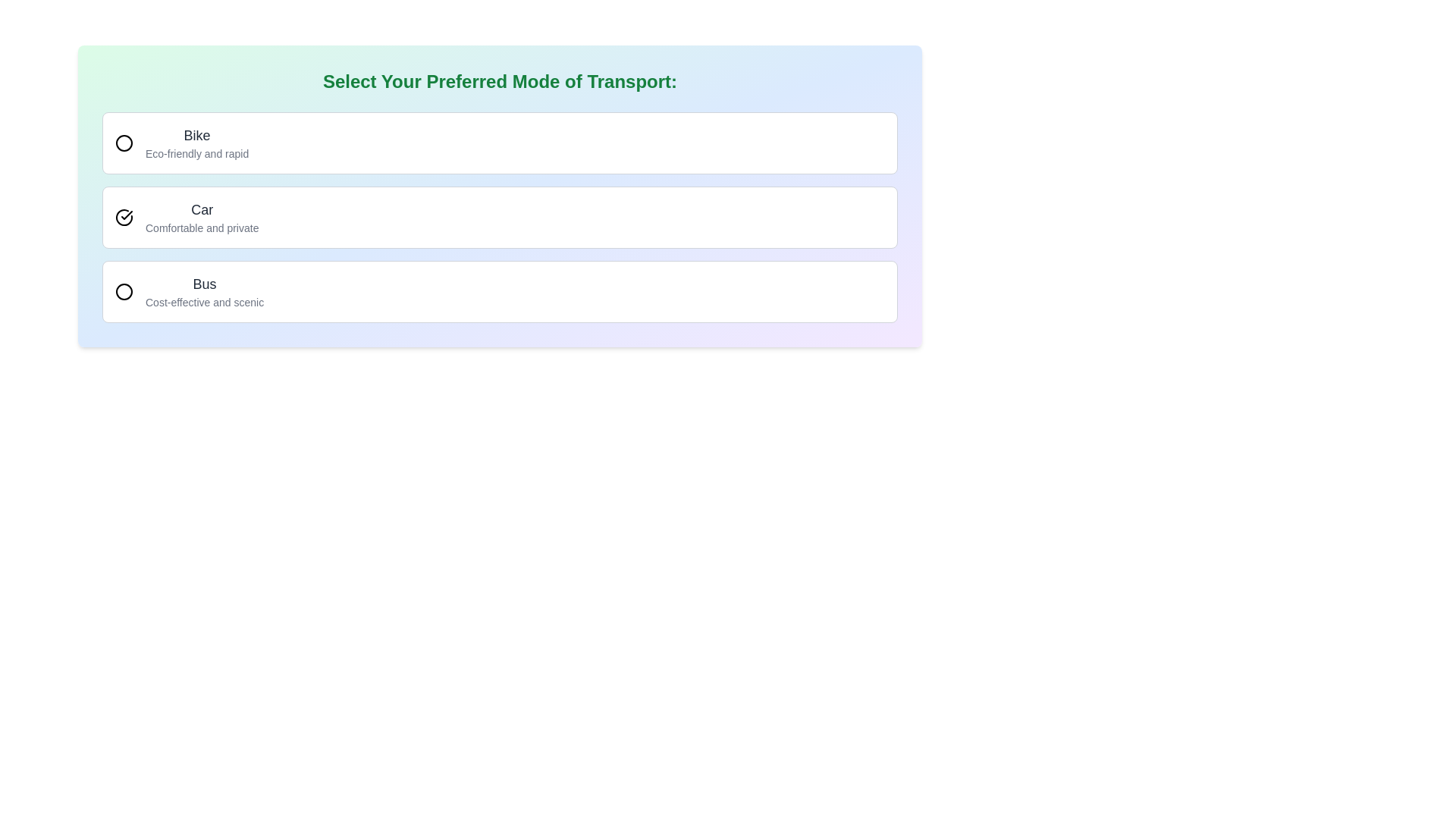 This screenshot has width=1456, height=819. Describe the element at coordinates (196, 154) in the screenshot. I see `the static text label providing additional information about the 'Bike' option, located underneath the 'Bike' heading in the transport modes list` at that location.